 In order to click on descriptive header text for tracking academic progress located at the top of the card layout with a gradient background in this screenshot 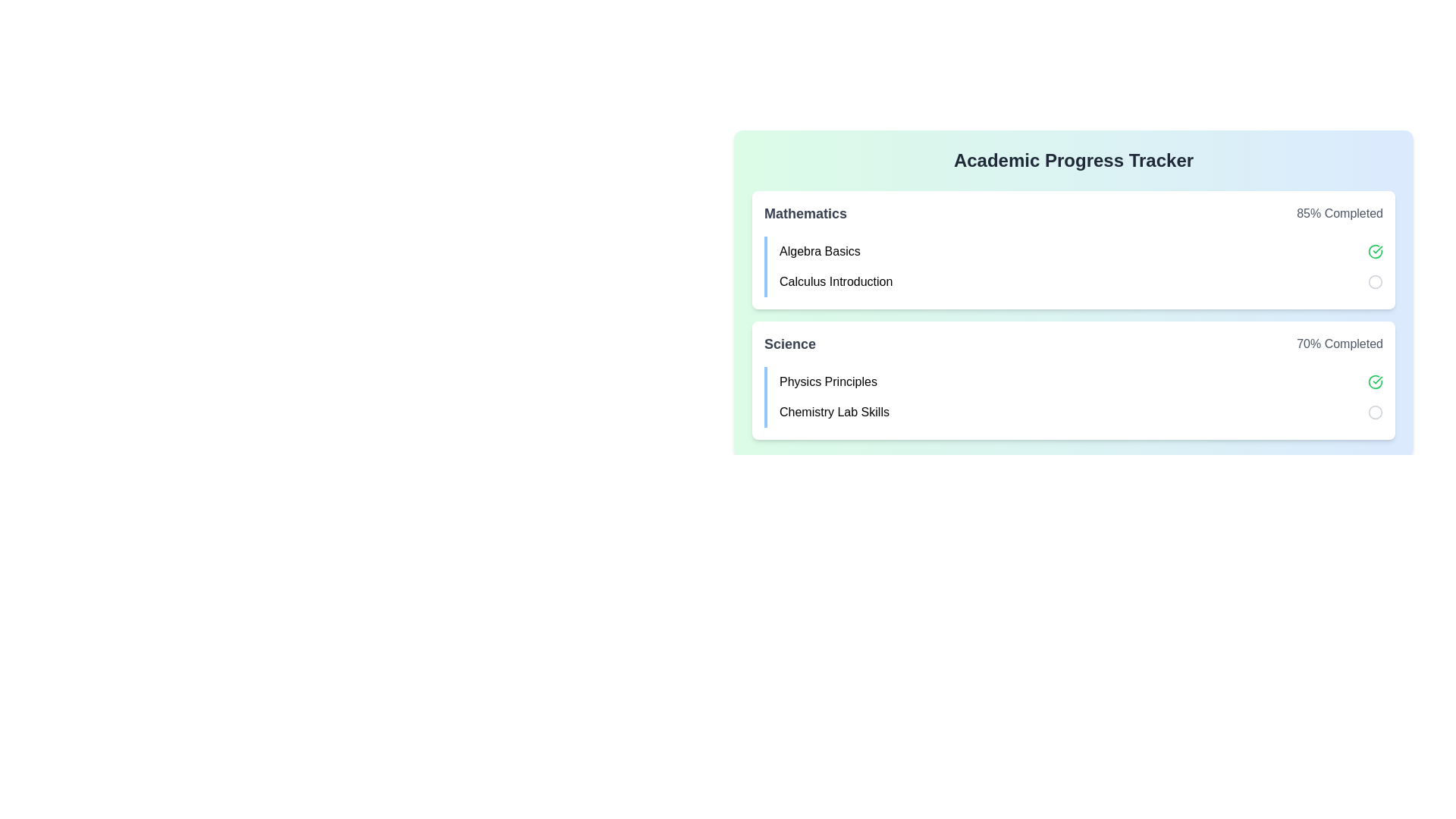, I will do `click(1073, 161)`.